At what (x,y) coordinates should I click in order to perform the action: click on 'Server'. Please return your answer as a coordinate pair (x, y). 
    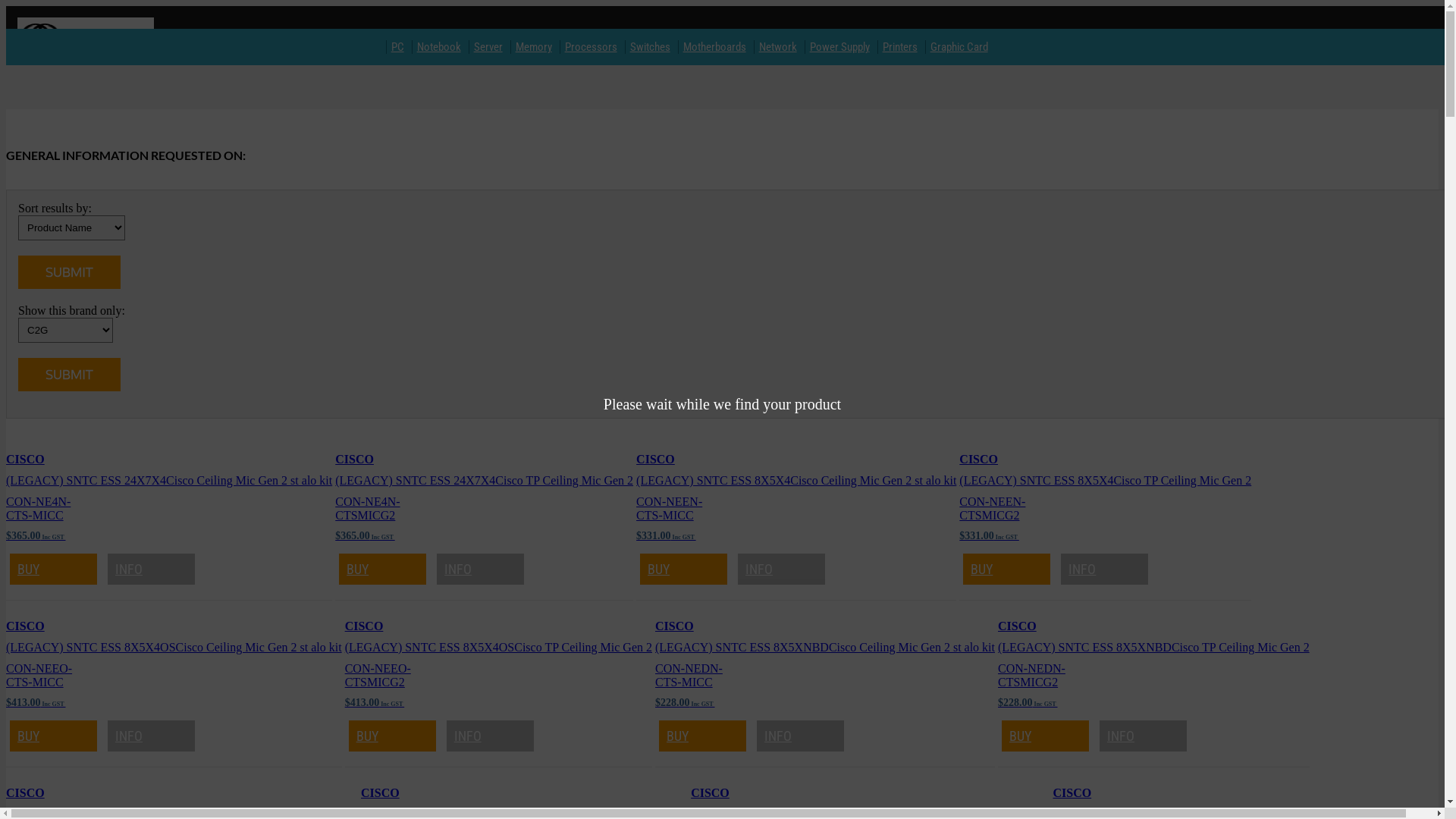
    Looking at the image, I should click on (488, 45).